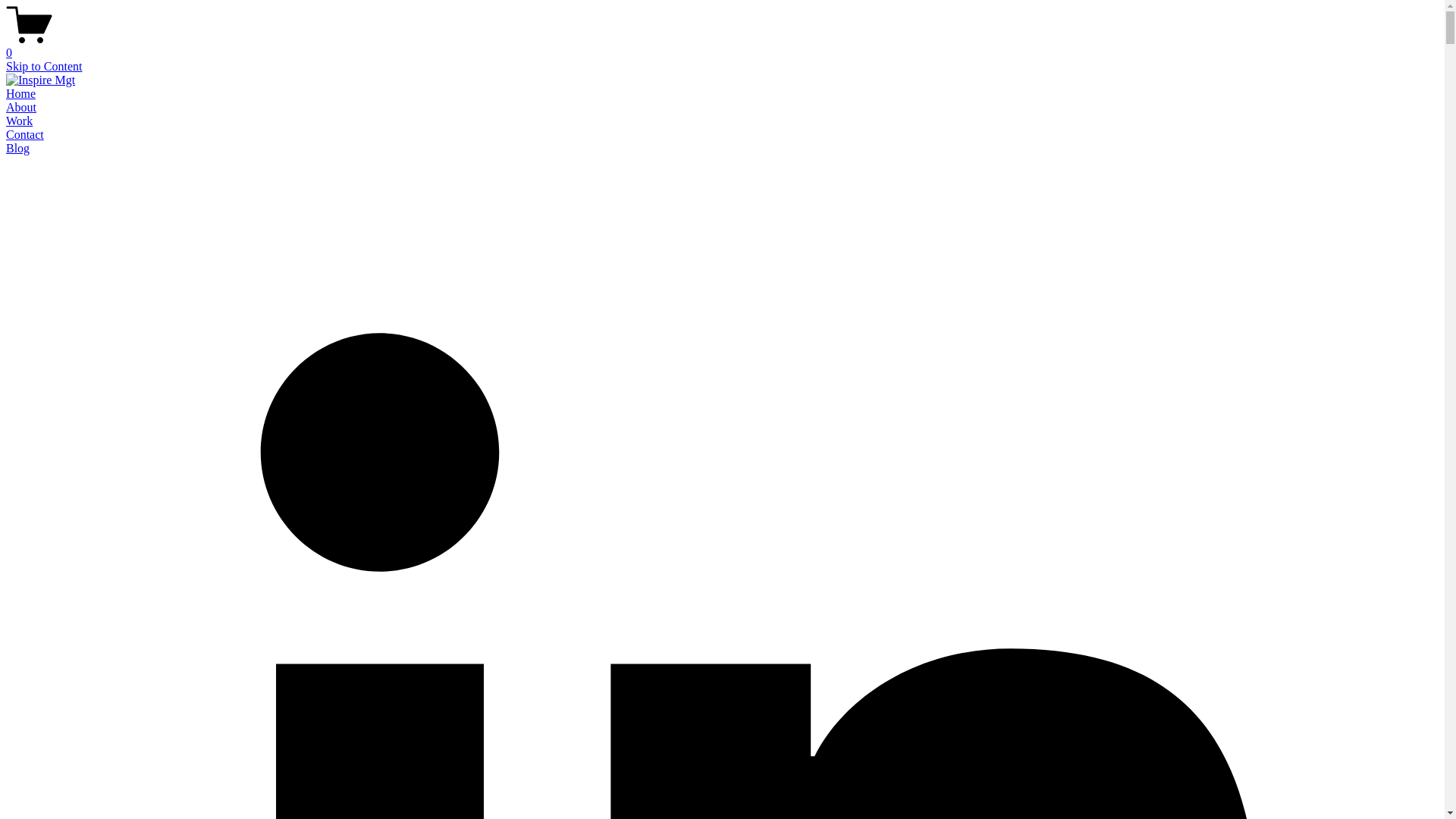 The image size is (1456, 819). Describe the element at coordinates (21, 106) in the screenshot. I see `'About'` at that location.